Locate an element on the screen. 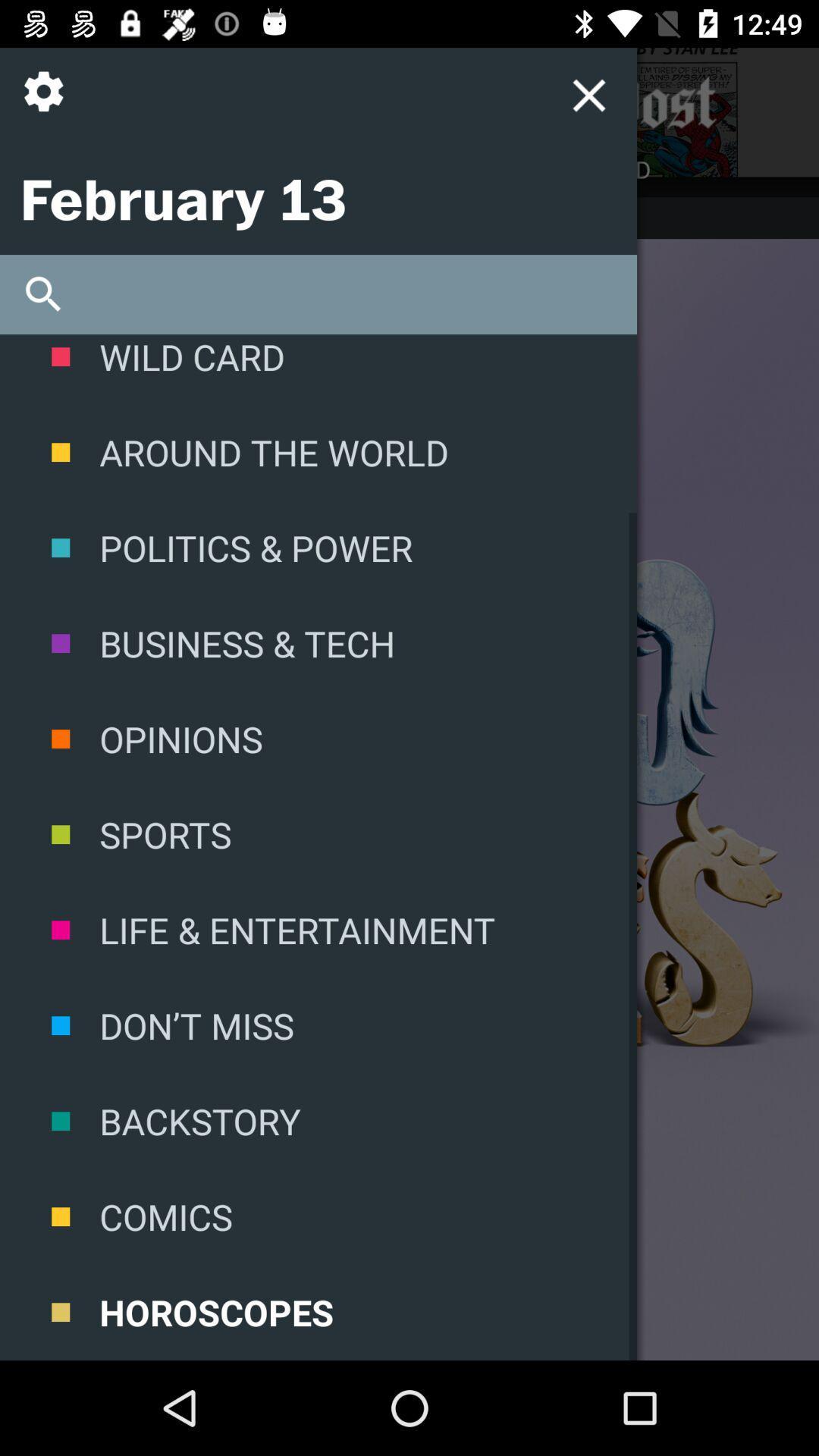  the opinions item is located at coordinates (318, 739).